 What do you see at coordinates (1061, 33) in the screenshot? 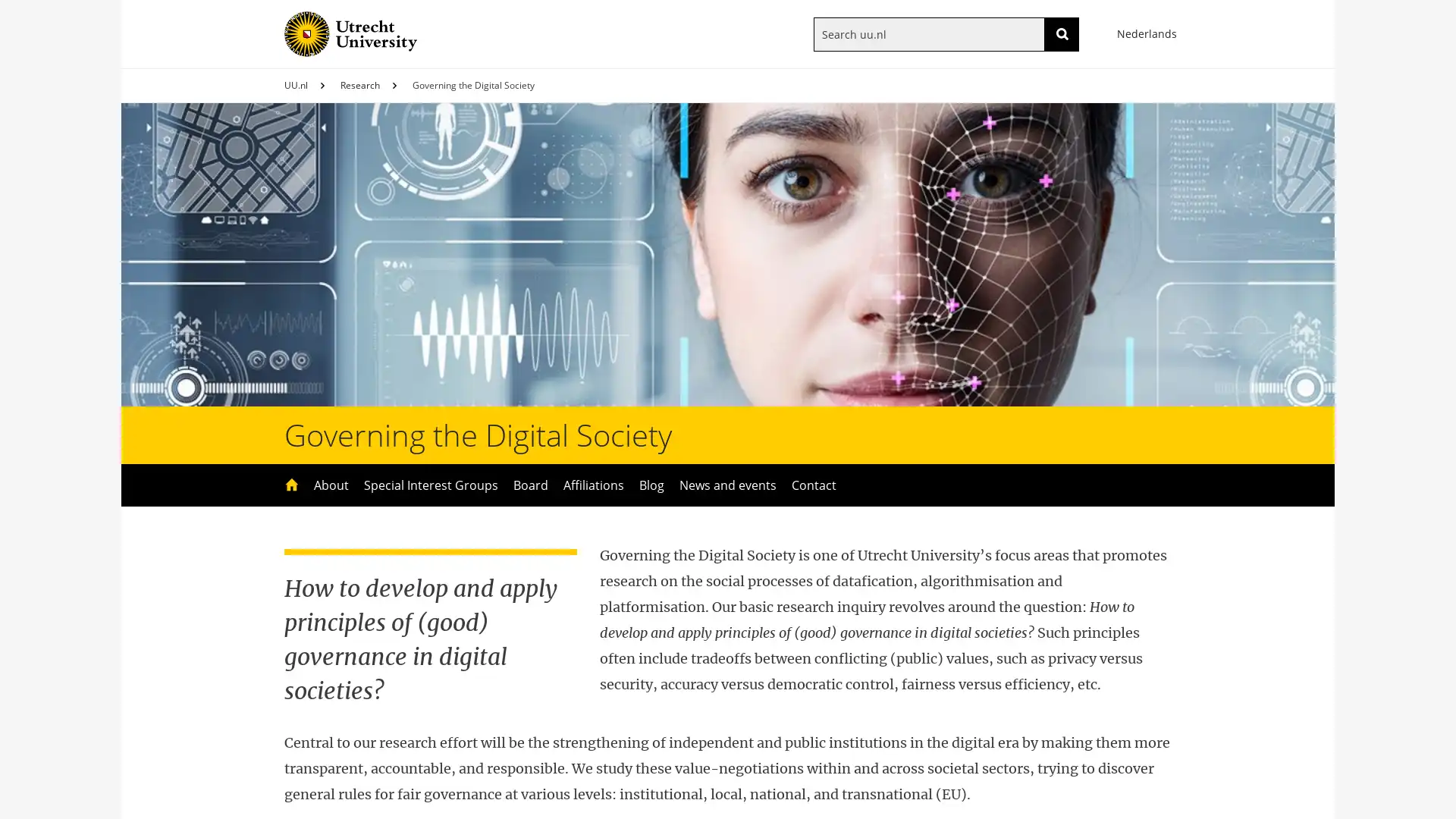
I see `SEARCH` at bounding box center [1061, 33].